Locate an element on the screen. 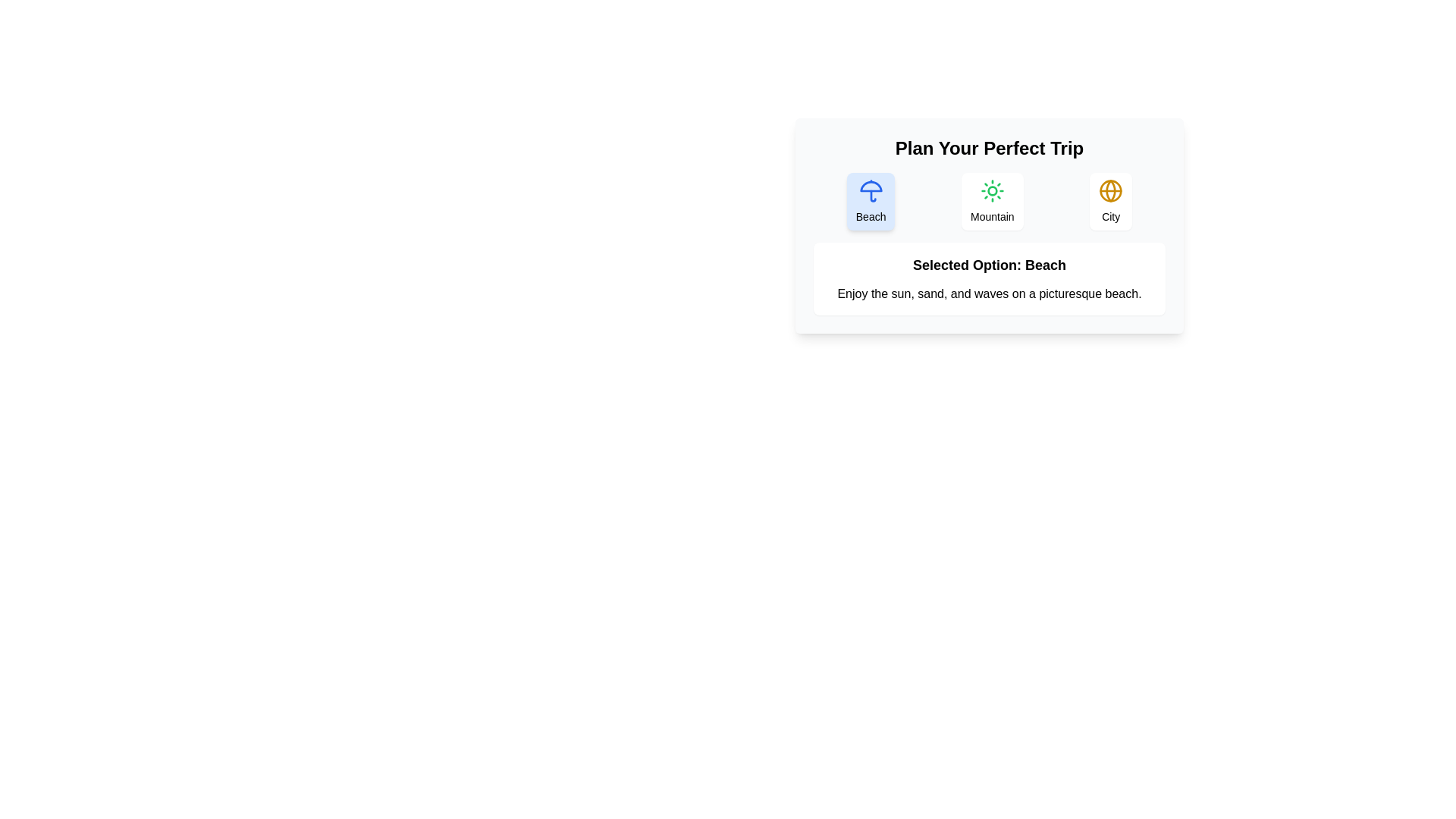 Image resolution: width=1456 pixels, height=819 pixels. the bright yellow globe icon representing the 'City' option, which is located at the rightmost side of the horizontal arrangement of options is located at coordinates (1111, 190).